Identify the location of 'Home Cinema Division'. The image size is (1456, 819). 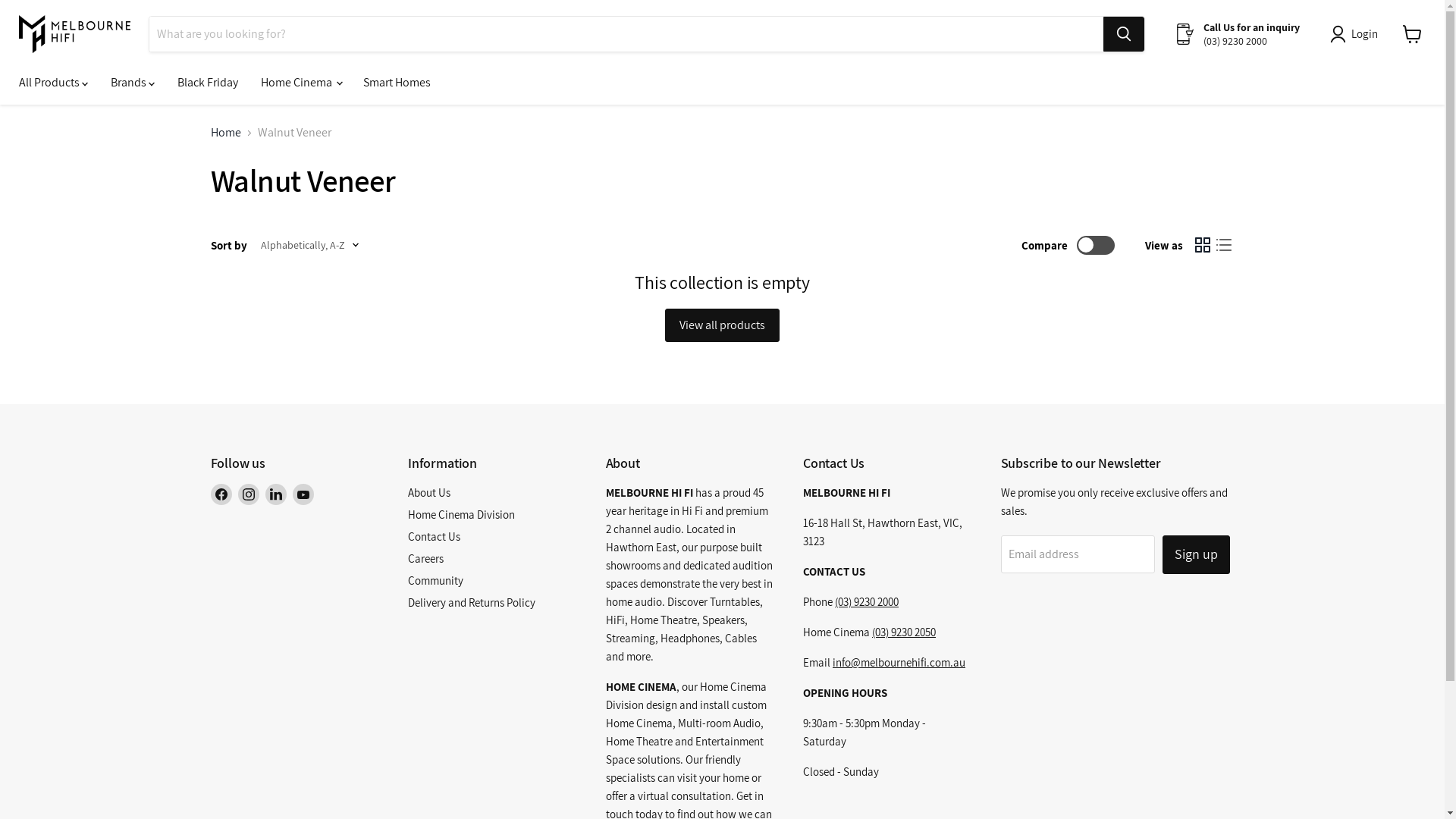
(460, 513).